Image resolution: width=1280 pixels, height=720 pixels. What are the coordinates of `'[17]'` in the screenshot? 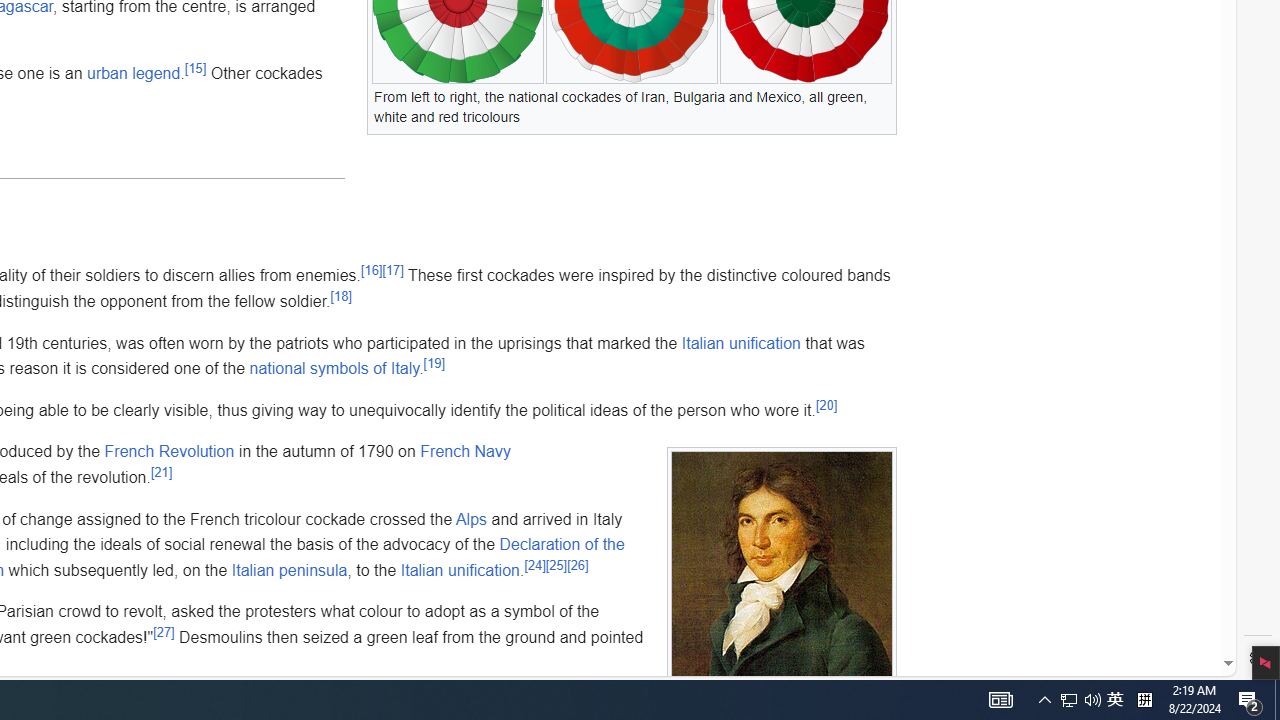 It's located at (392, 271).